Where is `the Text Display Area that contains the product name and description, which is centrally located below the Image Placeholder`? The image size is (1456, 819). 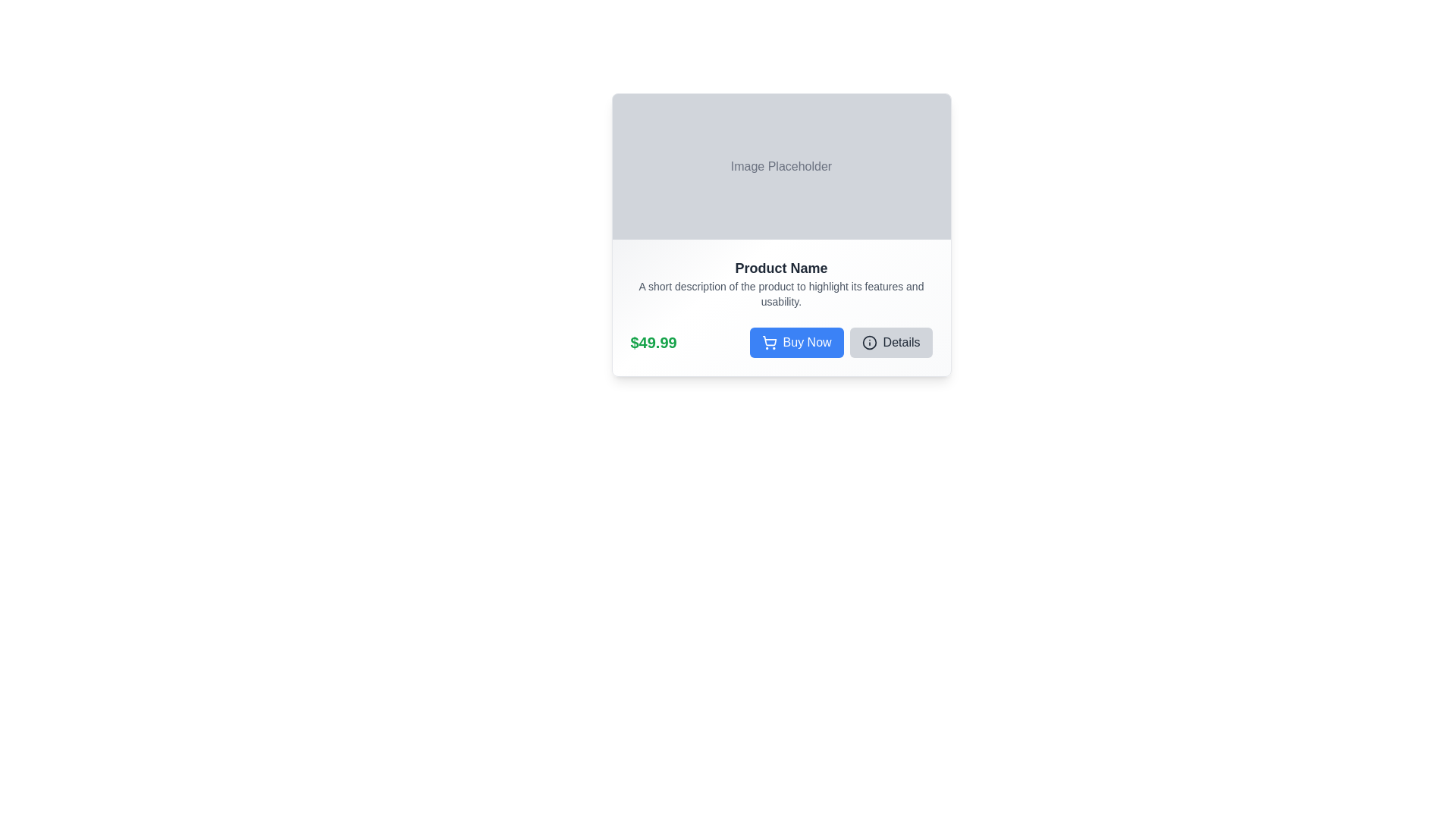 the Text Display Area that contains the product name and description, which is centrally located below the Image Placeholder is located at coordinates (781, 284).